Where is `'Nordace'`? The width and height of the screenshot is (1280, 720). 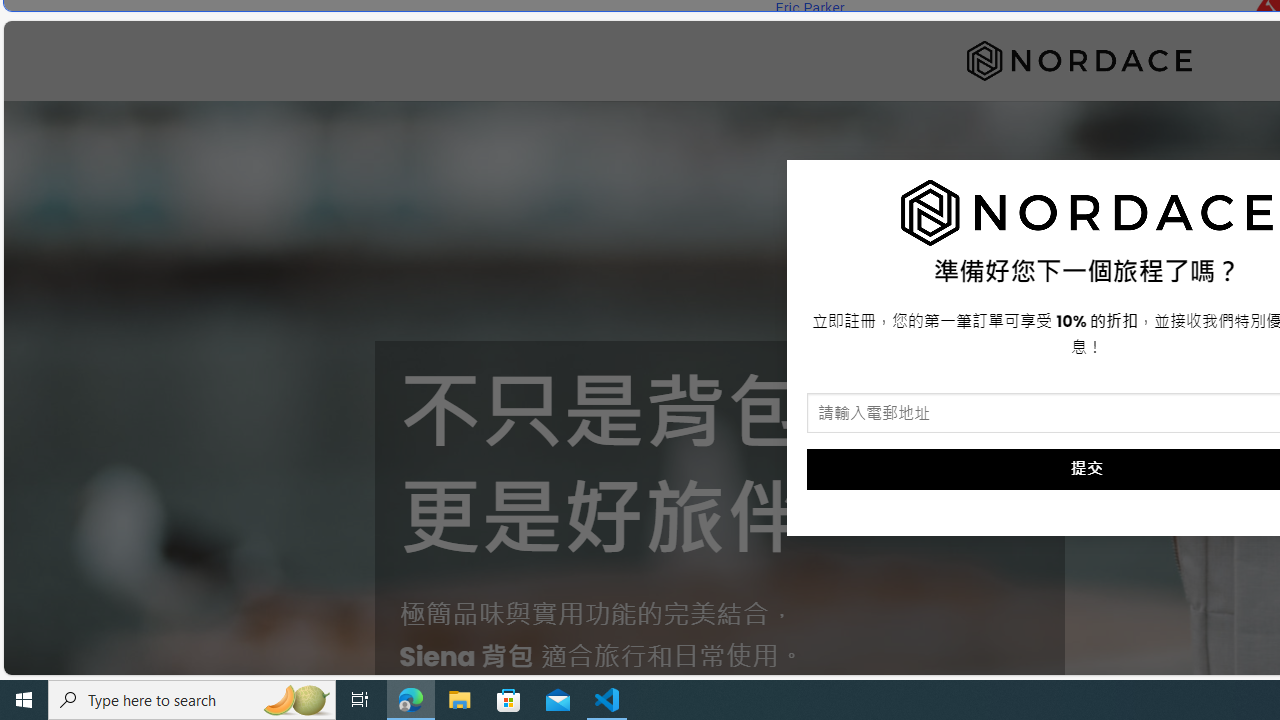 'Nordace' is located at coordinates (1078, 59).